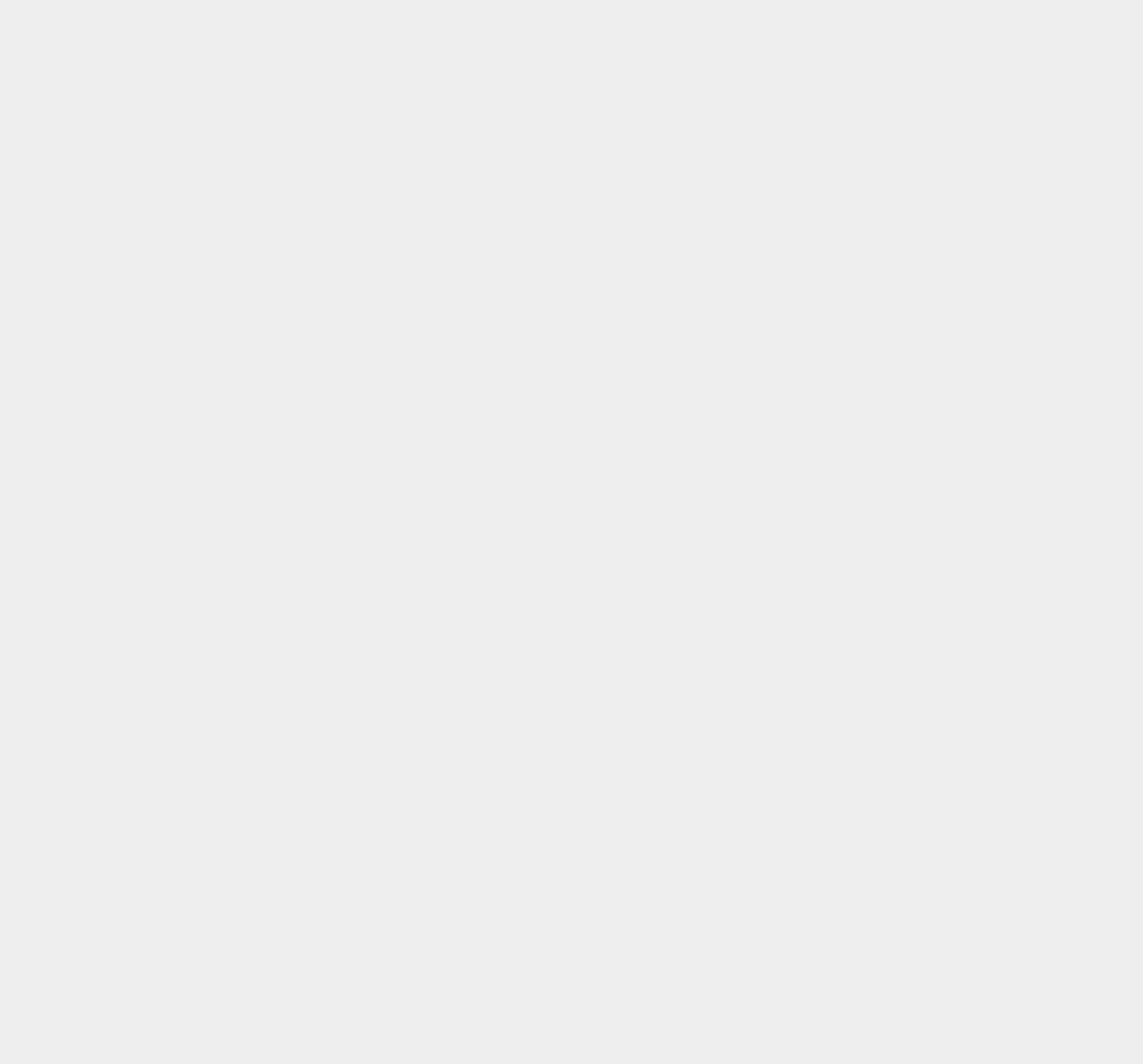 The image size is (1143, 1064). I want to click on 'Social Media Optimization', so click(888, 974).